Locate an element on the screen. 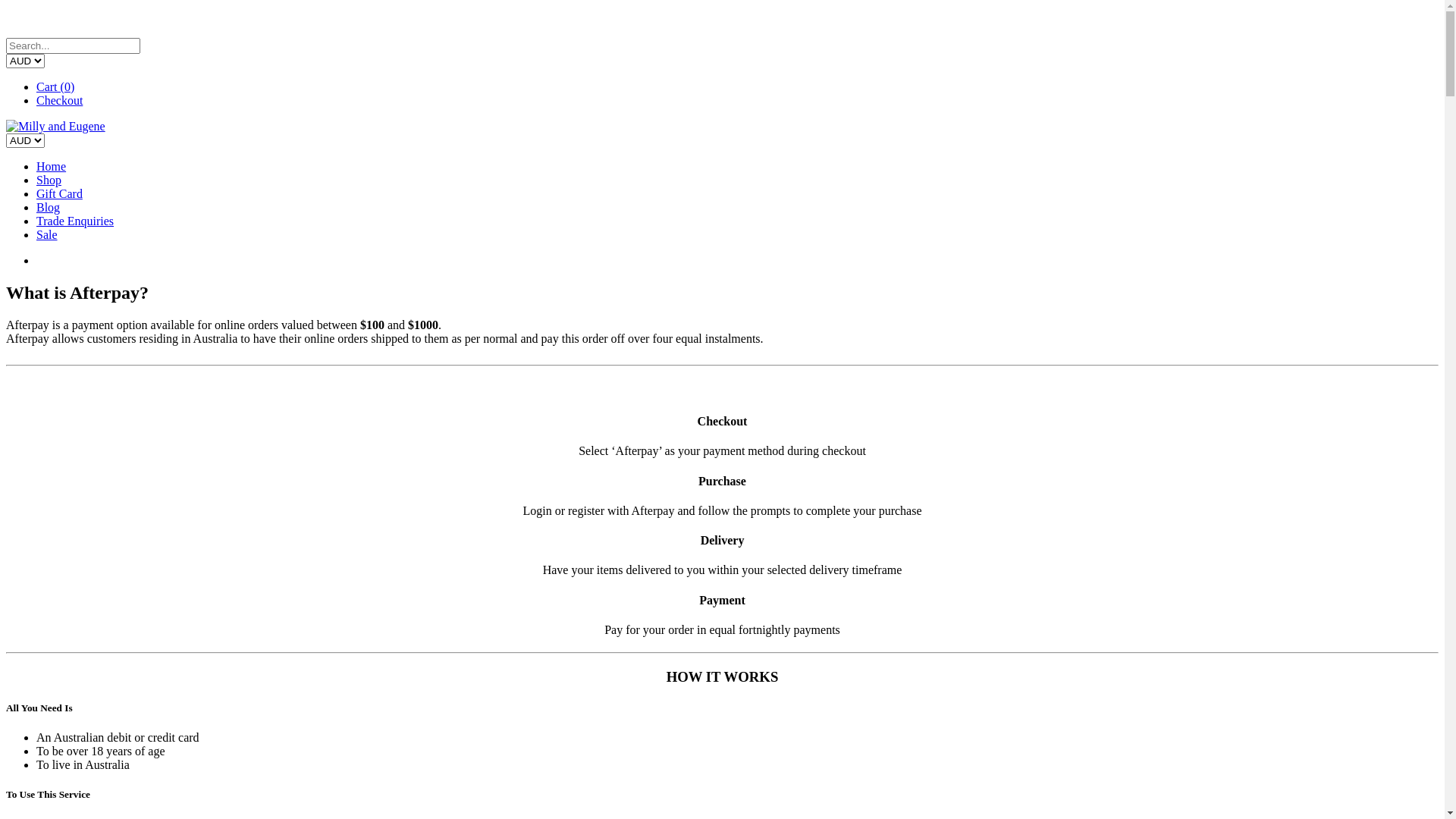  'Blog' is located at coordinates (48, 207).